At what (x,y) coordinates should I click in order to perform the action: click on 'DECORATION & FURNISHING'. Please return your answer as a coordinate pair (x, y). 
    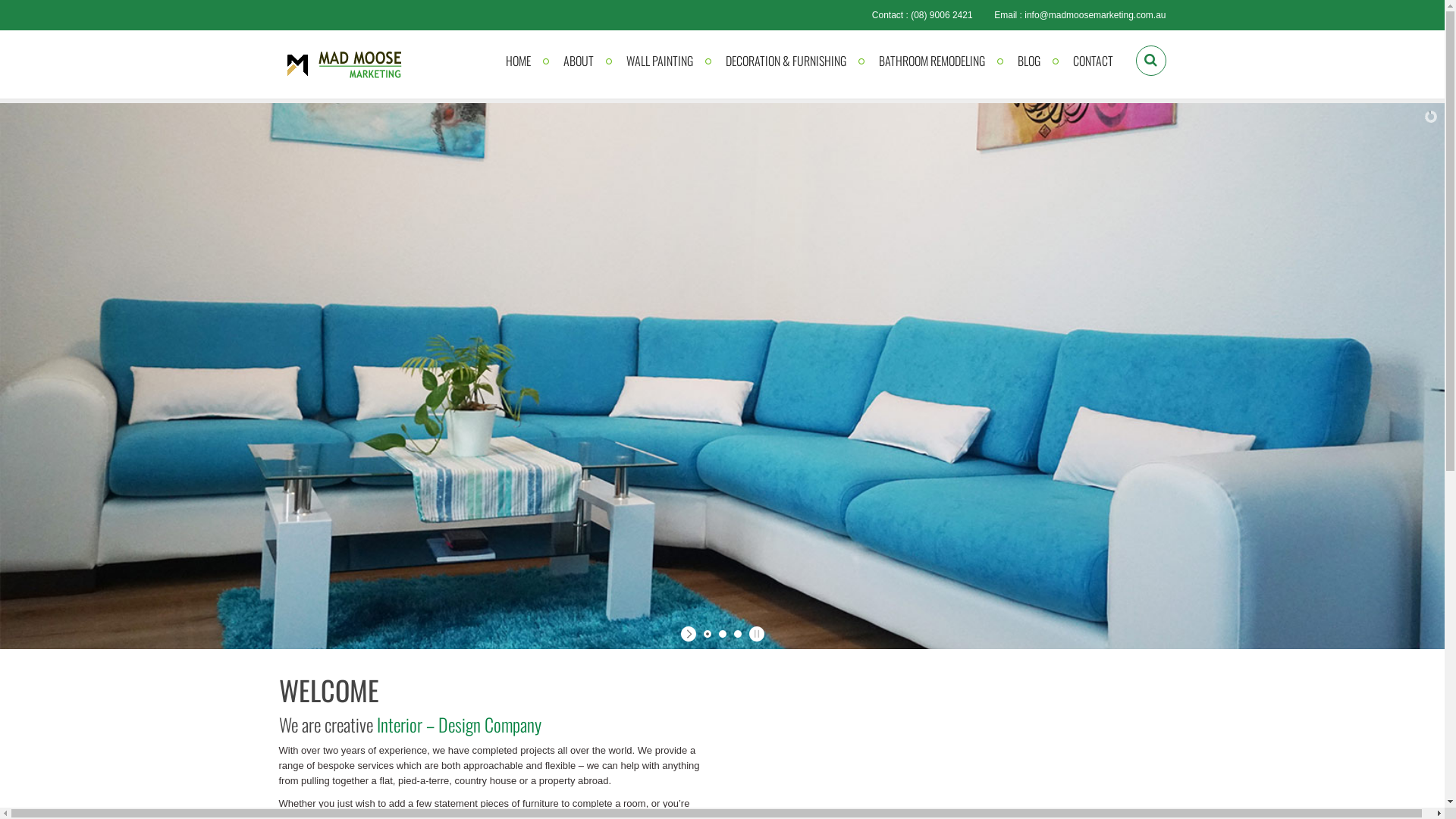
    Looking at the image, I should click on (785, 60).